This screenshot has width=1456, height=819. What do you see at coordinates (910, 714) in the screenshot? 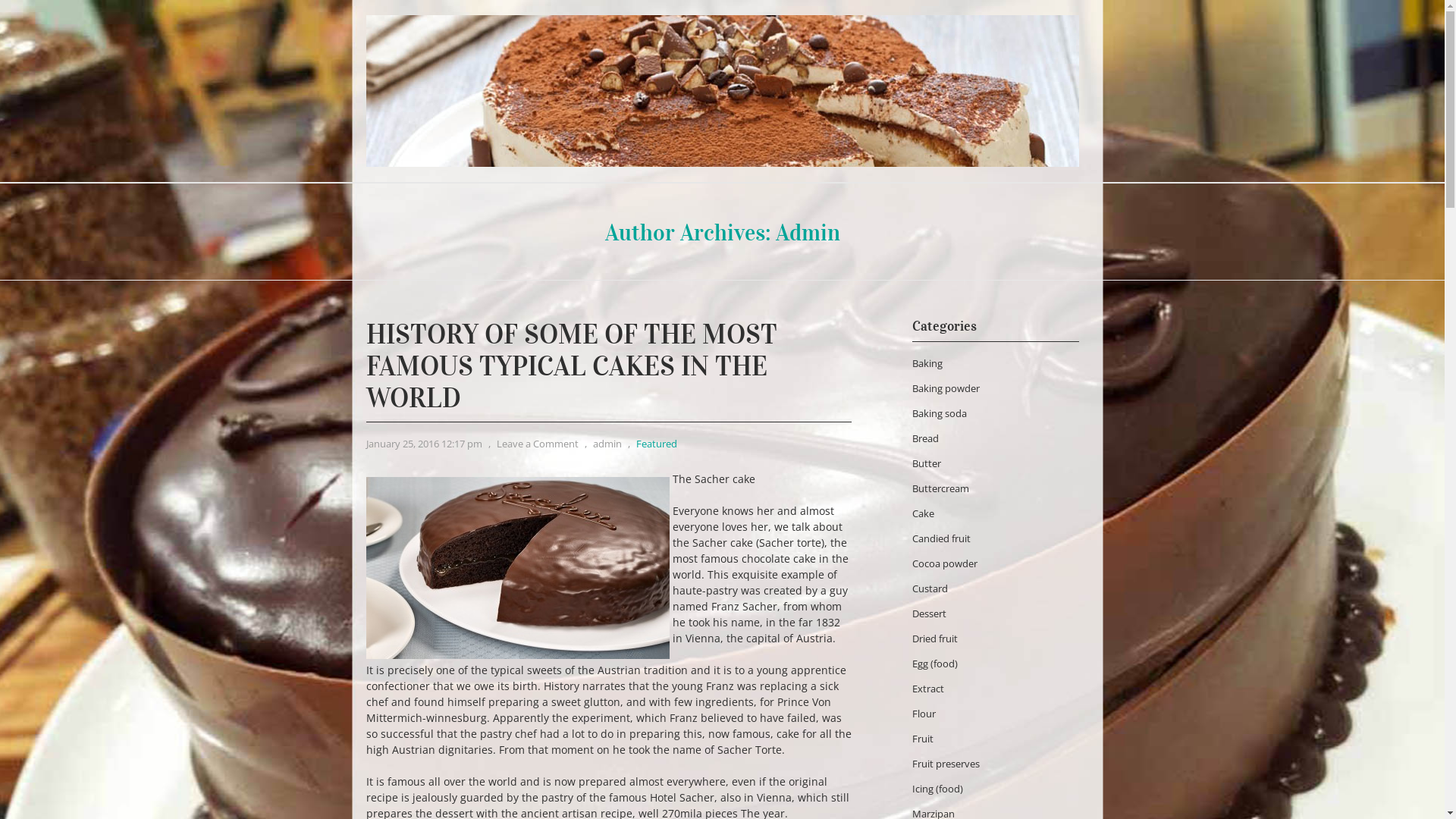
I see `'Flour'` at bounding box center [910, 714].